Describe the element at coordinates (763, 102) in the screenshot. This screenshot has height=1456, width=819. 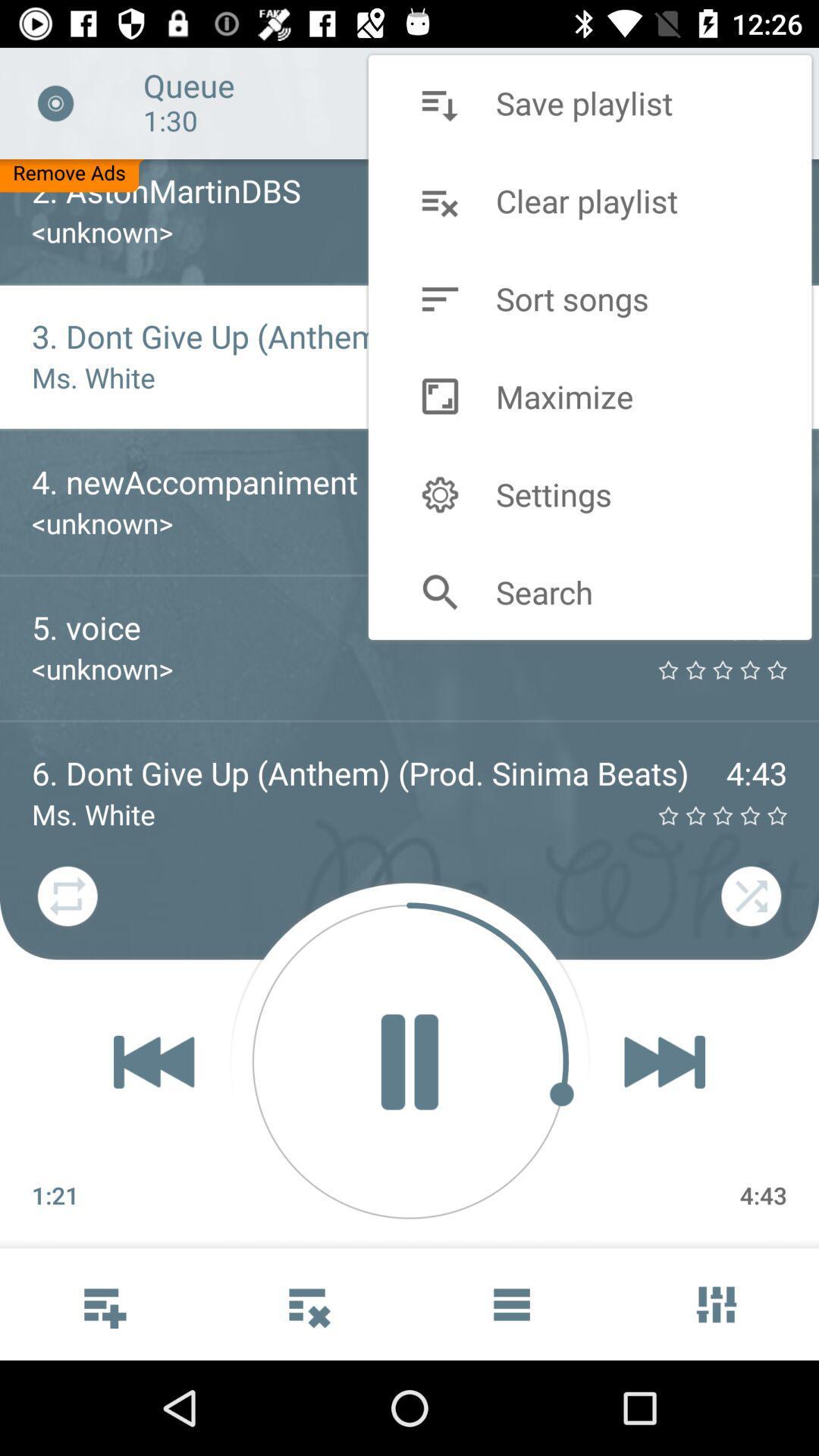
I see `the minus icon` at that location.